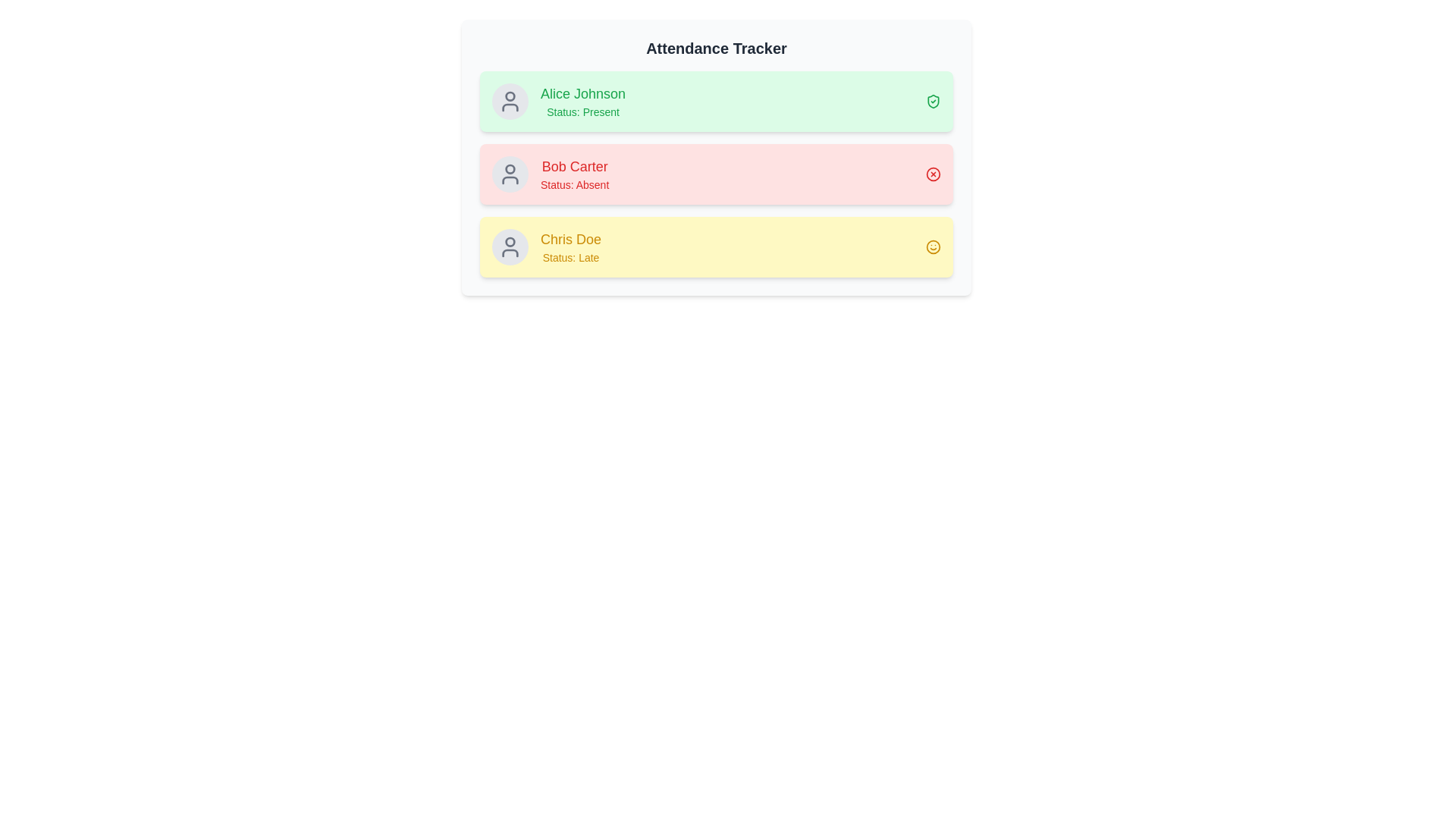  I want to click on displayed information from the Text label indicating the current status of the associated individual, located below 'Chris Doe' in the Attendance Tracker interface, so click(570, 256).